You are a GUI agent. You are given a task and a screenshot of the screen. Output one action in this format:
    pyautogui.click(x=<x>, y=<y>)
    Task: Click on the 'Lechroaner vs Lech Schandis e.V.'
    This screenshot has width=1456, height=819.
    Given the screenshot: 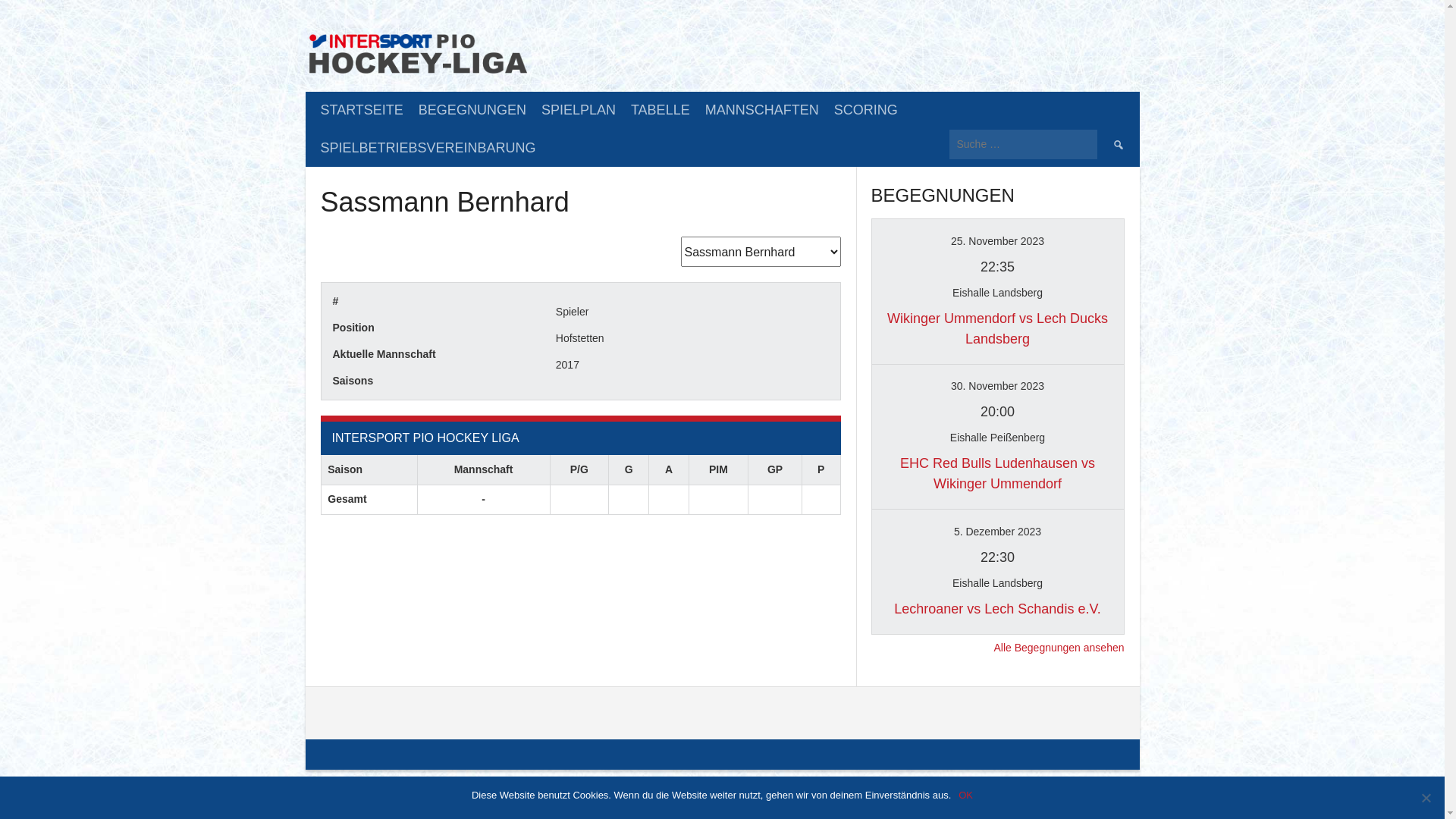 What is the action you would take?
    pyautogui.click(x=997, y=607)
    